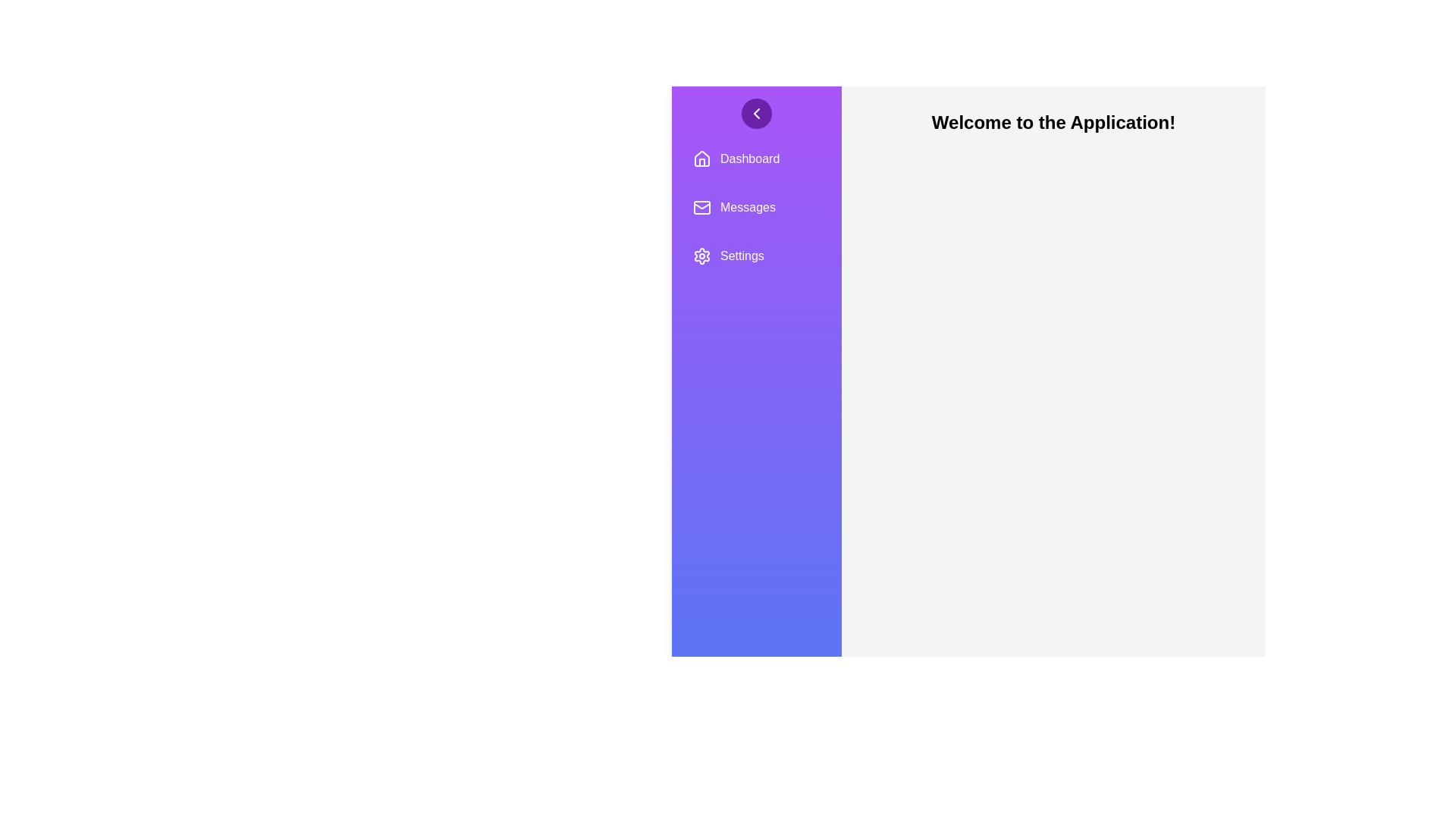 The width and height of the screenshot is (1456, 819). I want to click on the envelope icon in the side navigation menu, which is white and positioned to the left of the 'Messages' label, as the second item in the vertical sequence, so click(701, 207).